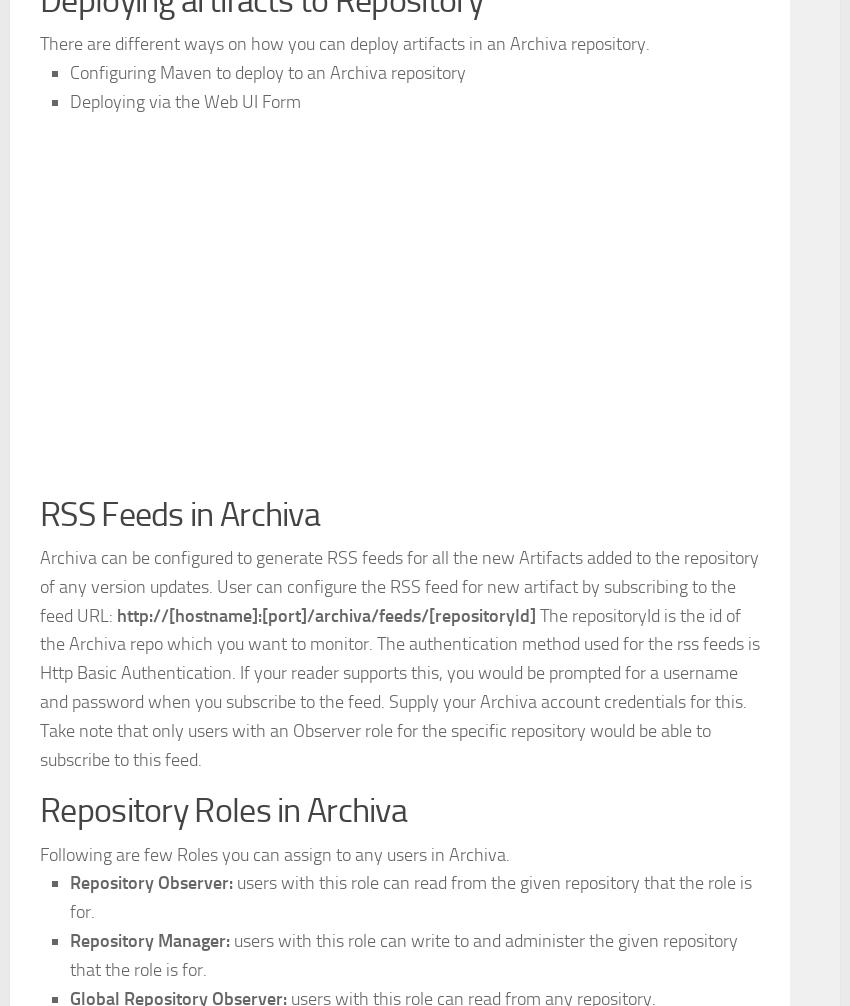 Image resolution: width=850 pixels, height=1006 pixels. Describe the element at coordinates (187, 78) in the screenshot. I see `'{archiva-user}'` at that location.